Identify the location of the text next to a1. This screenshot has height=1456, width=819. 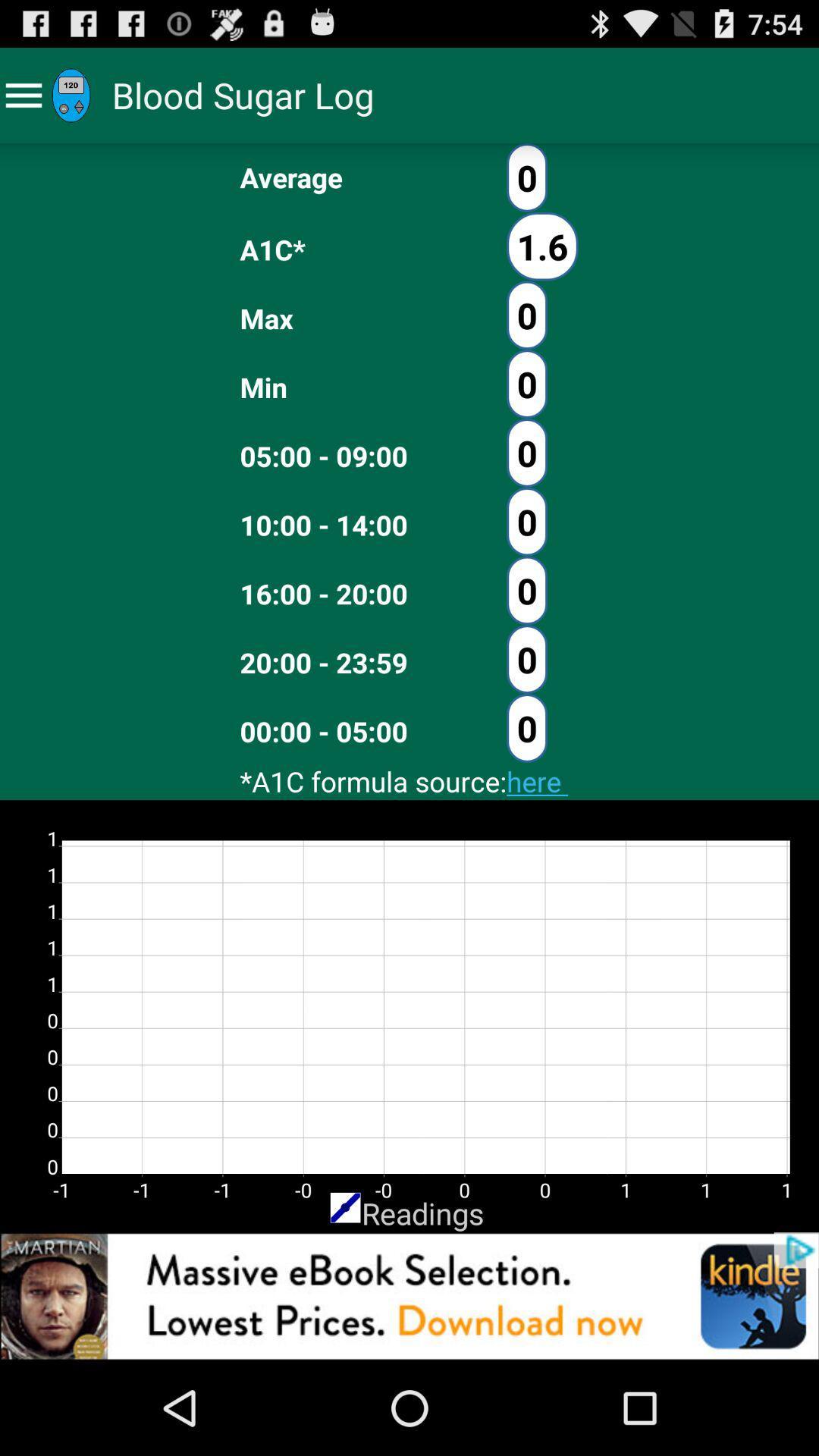
(541, 246).